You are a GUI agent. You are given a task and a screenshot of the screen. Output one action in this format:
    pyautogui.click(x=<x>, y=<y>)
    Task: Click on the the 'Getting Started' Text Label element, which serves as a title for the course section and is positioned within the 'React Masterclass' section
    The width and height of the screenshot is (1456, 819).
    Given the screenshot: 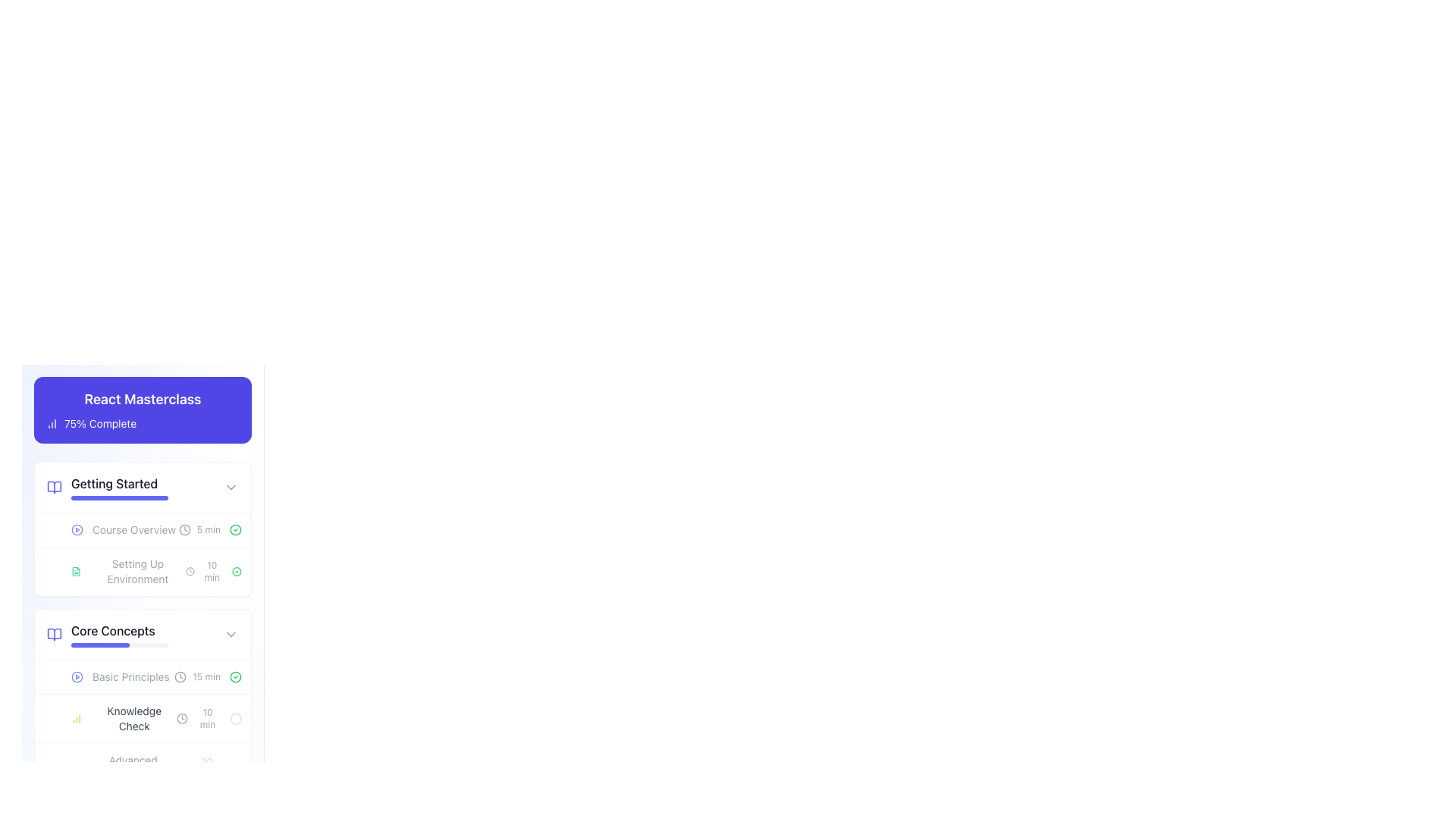 What is the action you would take?
    pyautogui.click(x=119, y=488)
    